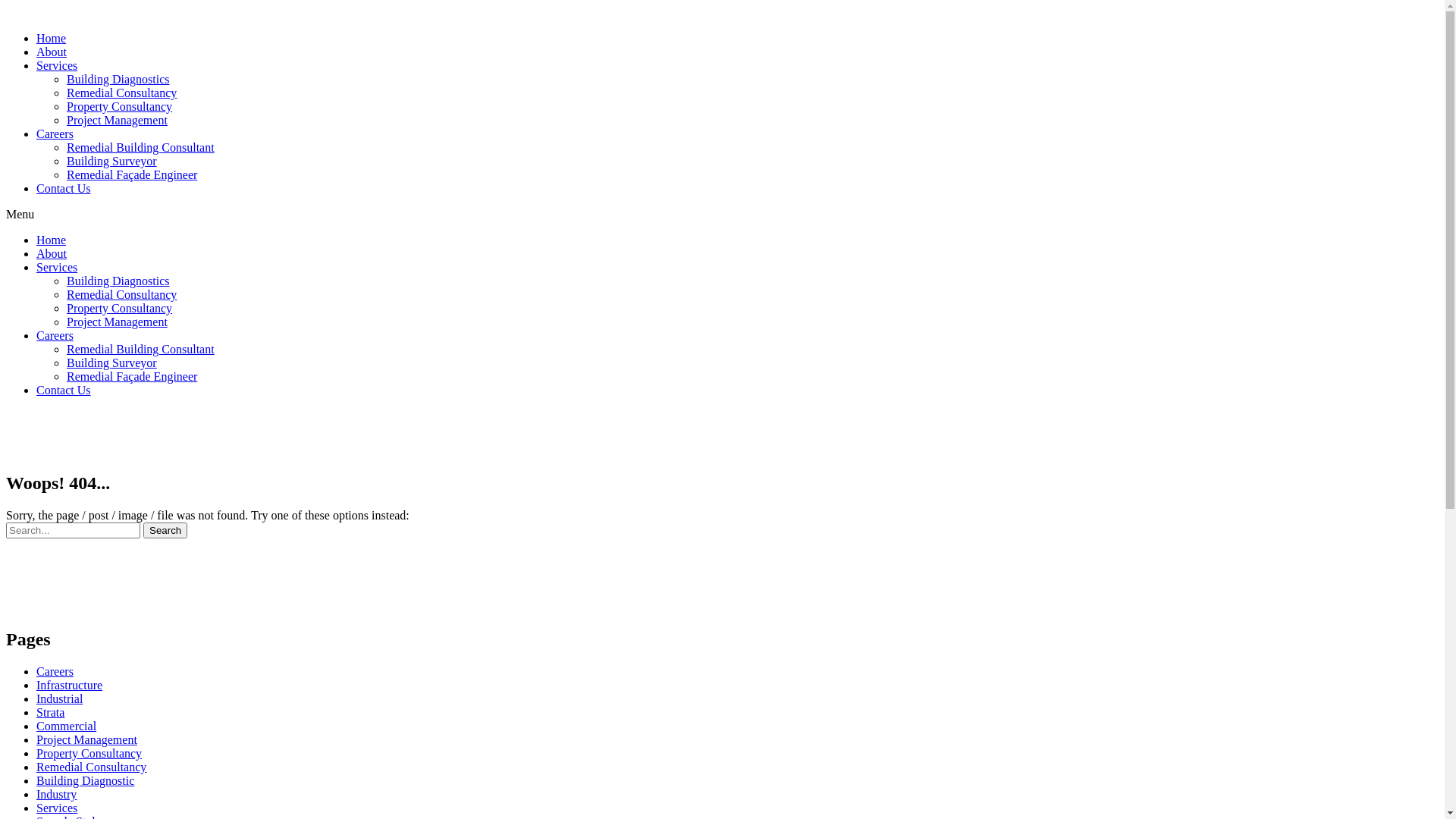  Describe the element at coordinates (116, 119) in the screenshot. I see `'Project Management'` at that location.